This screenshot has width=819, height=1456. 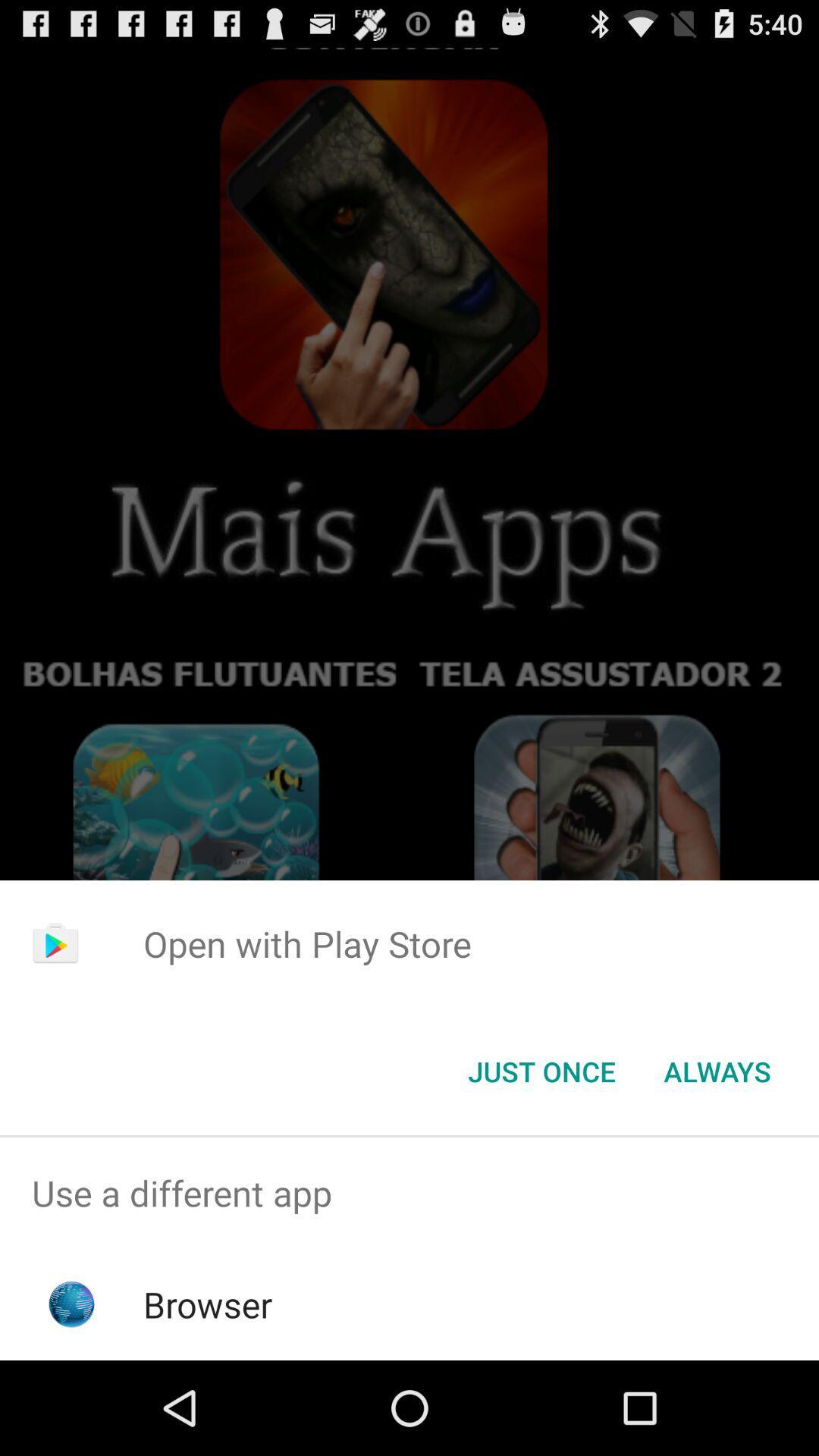 What do you see at coordinates (208, 1304) in the screenshot?
I see `the browser app` at bounding box center [208, 1304].